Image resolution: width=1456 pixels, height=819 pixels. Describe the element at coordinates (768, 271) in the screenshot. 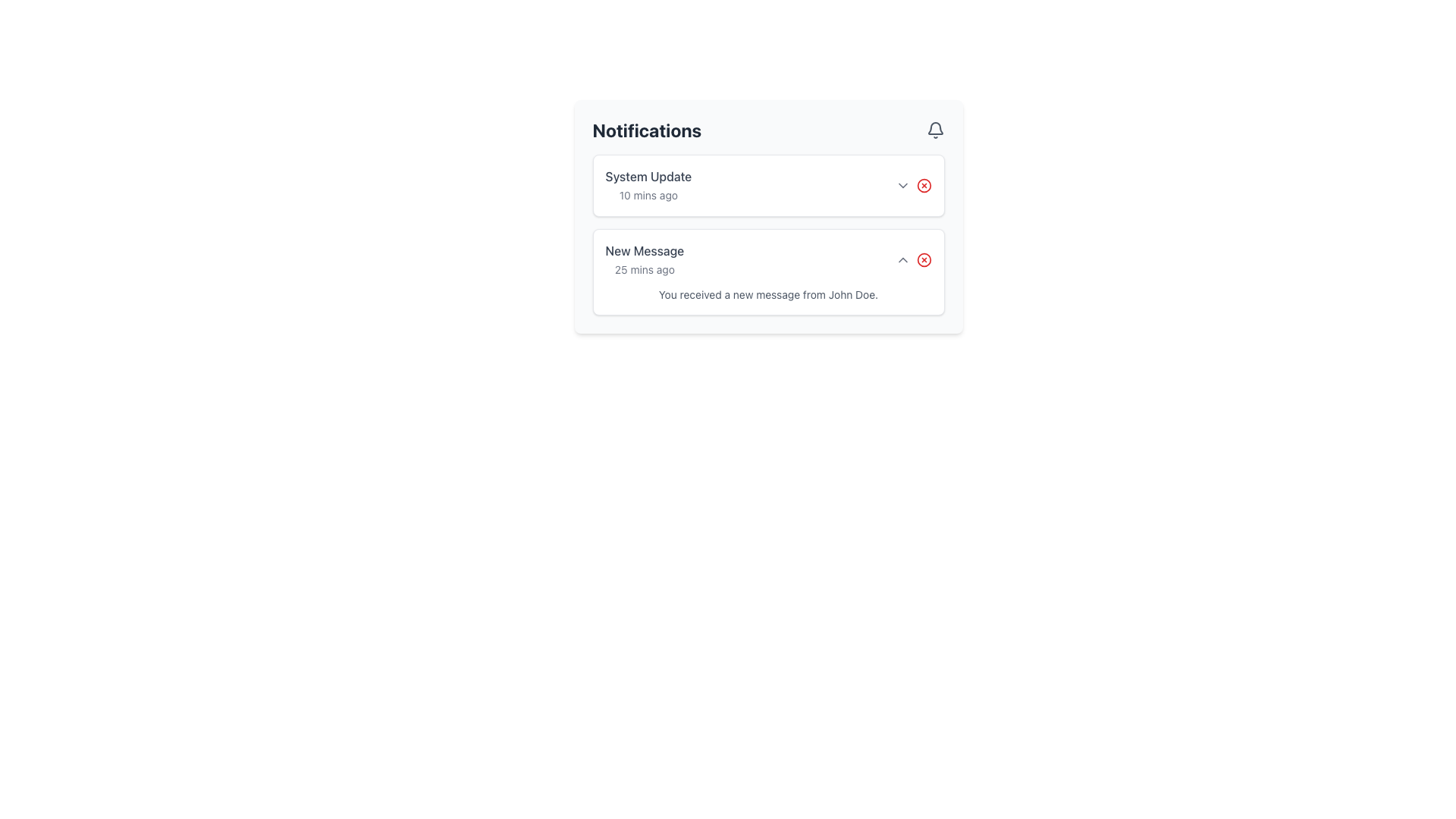

I see `the notification card that indicates a new message, located in the second card of the notification list under the 'System Update' card` at that location.